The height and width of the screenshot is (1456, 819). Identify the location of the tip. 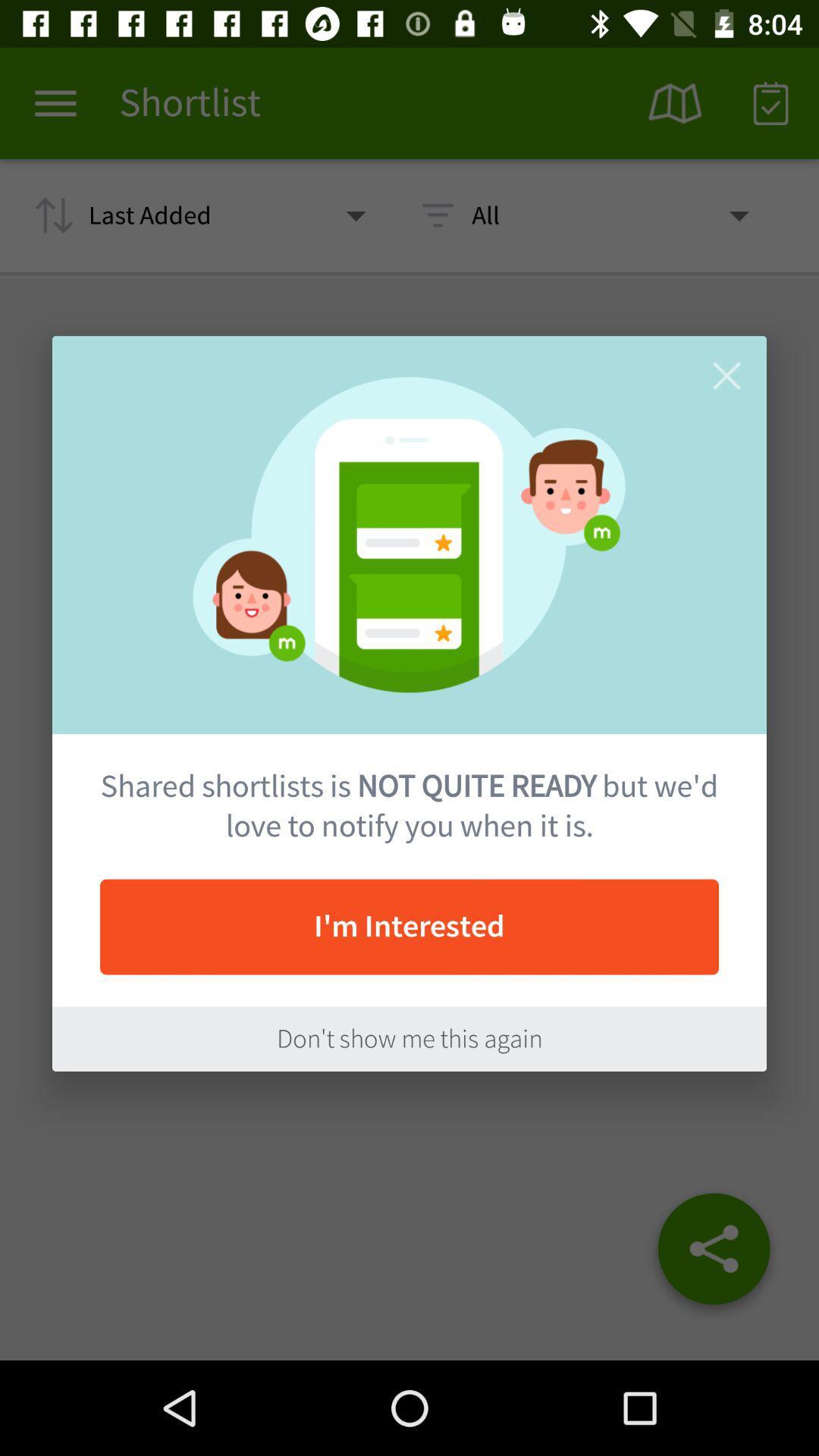
(726, 375).